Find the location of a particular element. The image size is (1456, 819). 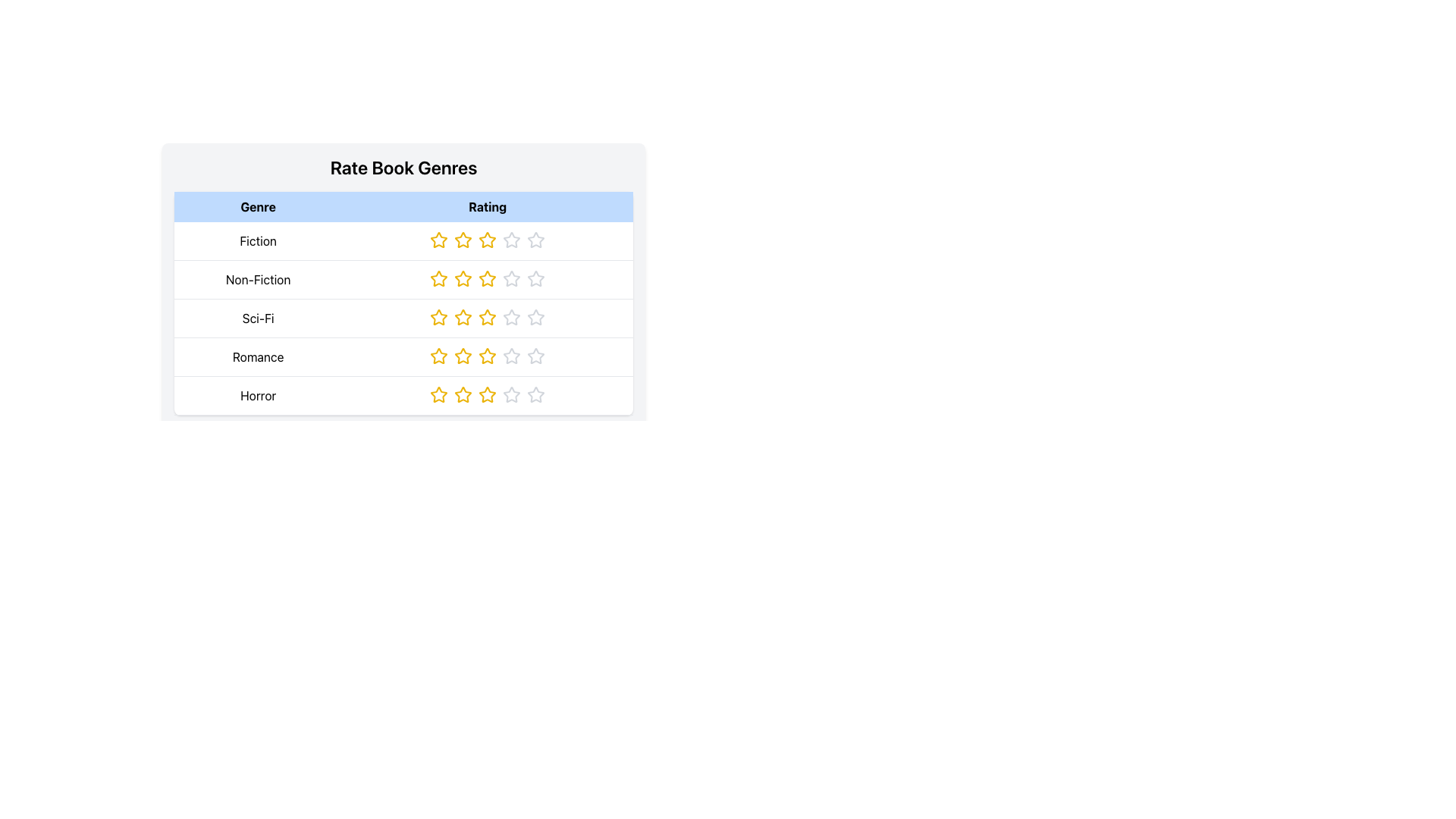

the text label displaying 'Fiction' located in the first row under the 'Genre' column of the table is located at coordinates (258, 240).